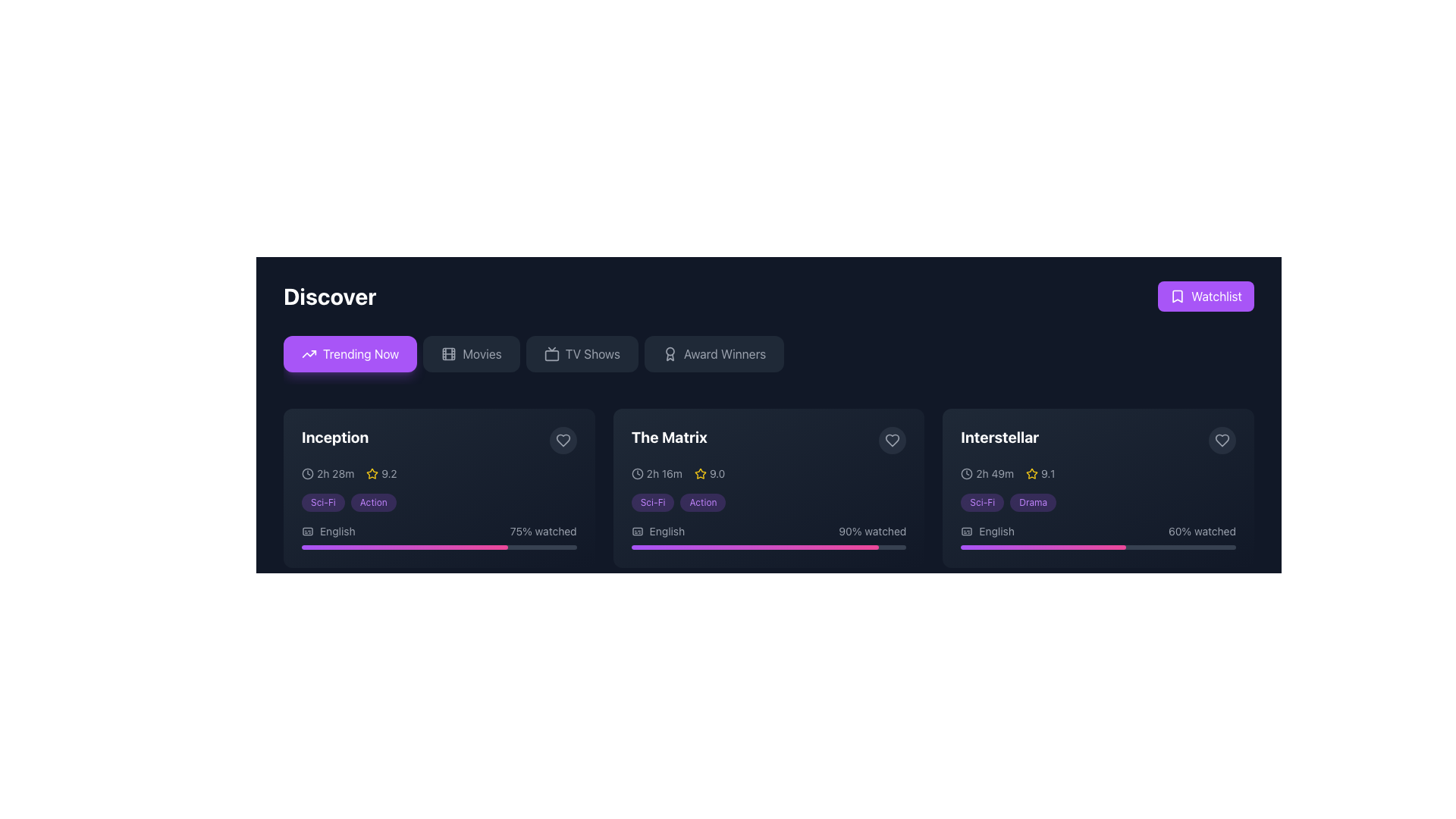  I want to click on watched progress, so click(1000, 547).